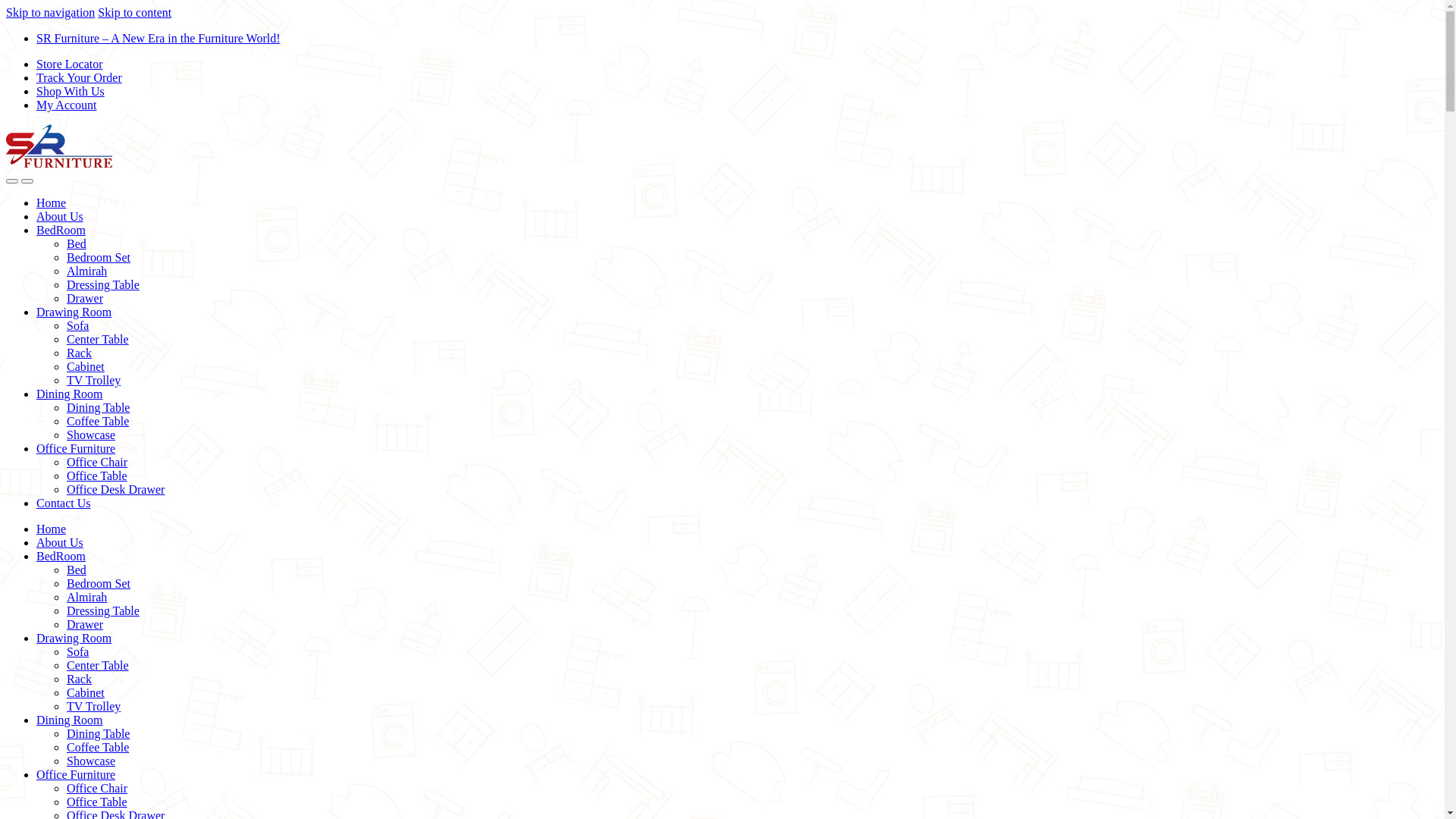 The height and width of the screenshot is (819, 1456). What do you see at coordinates (83, 624) in the screenshot?
I see `'Drawer'` at bounding box center [83, 624].